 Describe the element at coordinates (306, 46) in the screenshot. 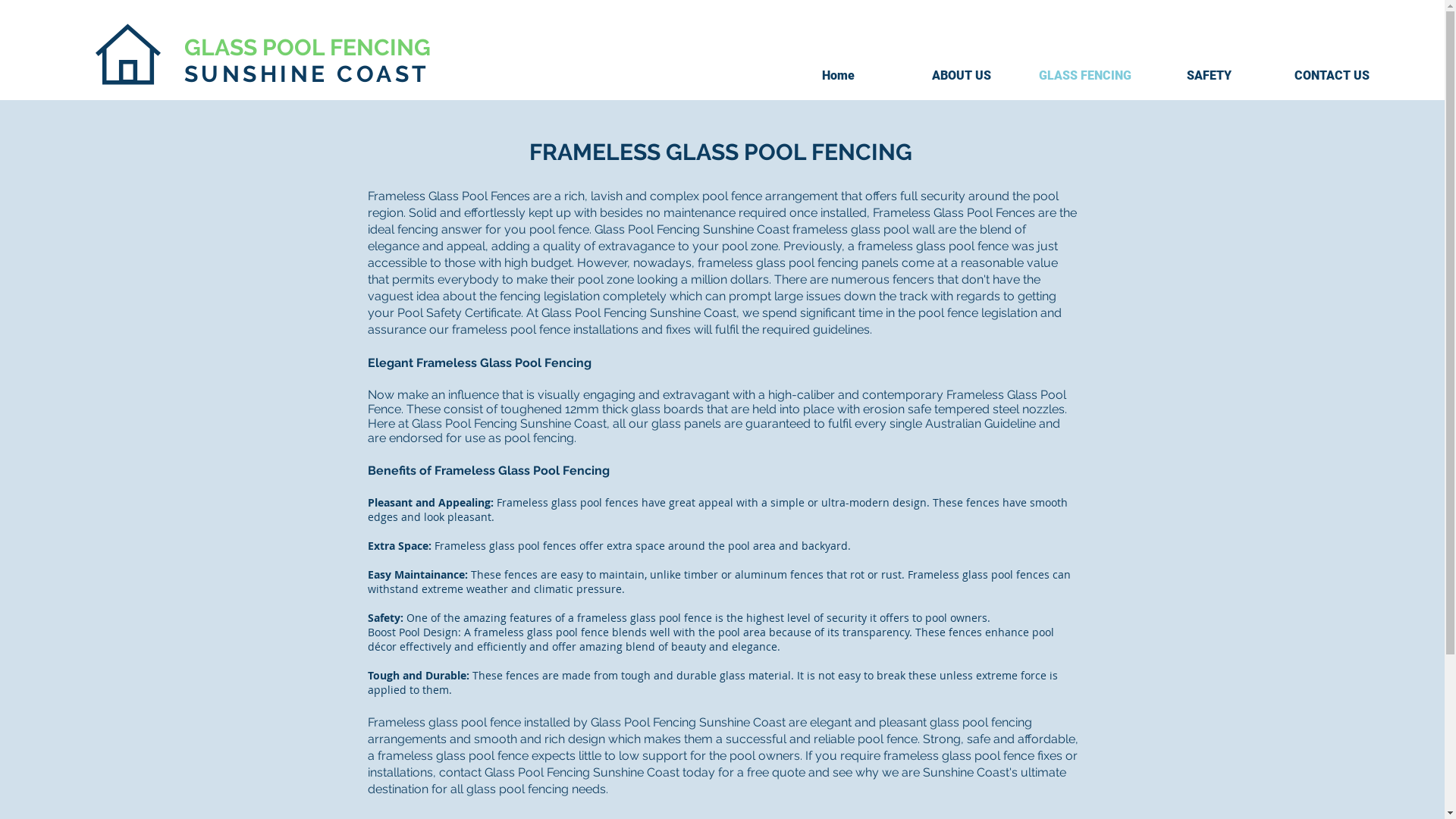

I see `'GLASS POOL FENCING'` at that location.